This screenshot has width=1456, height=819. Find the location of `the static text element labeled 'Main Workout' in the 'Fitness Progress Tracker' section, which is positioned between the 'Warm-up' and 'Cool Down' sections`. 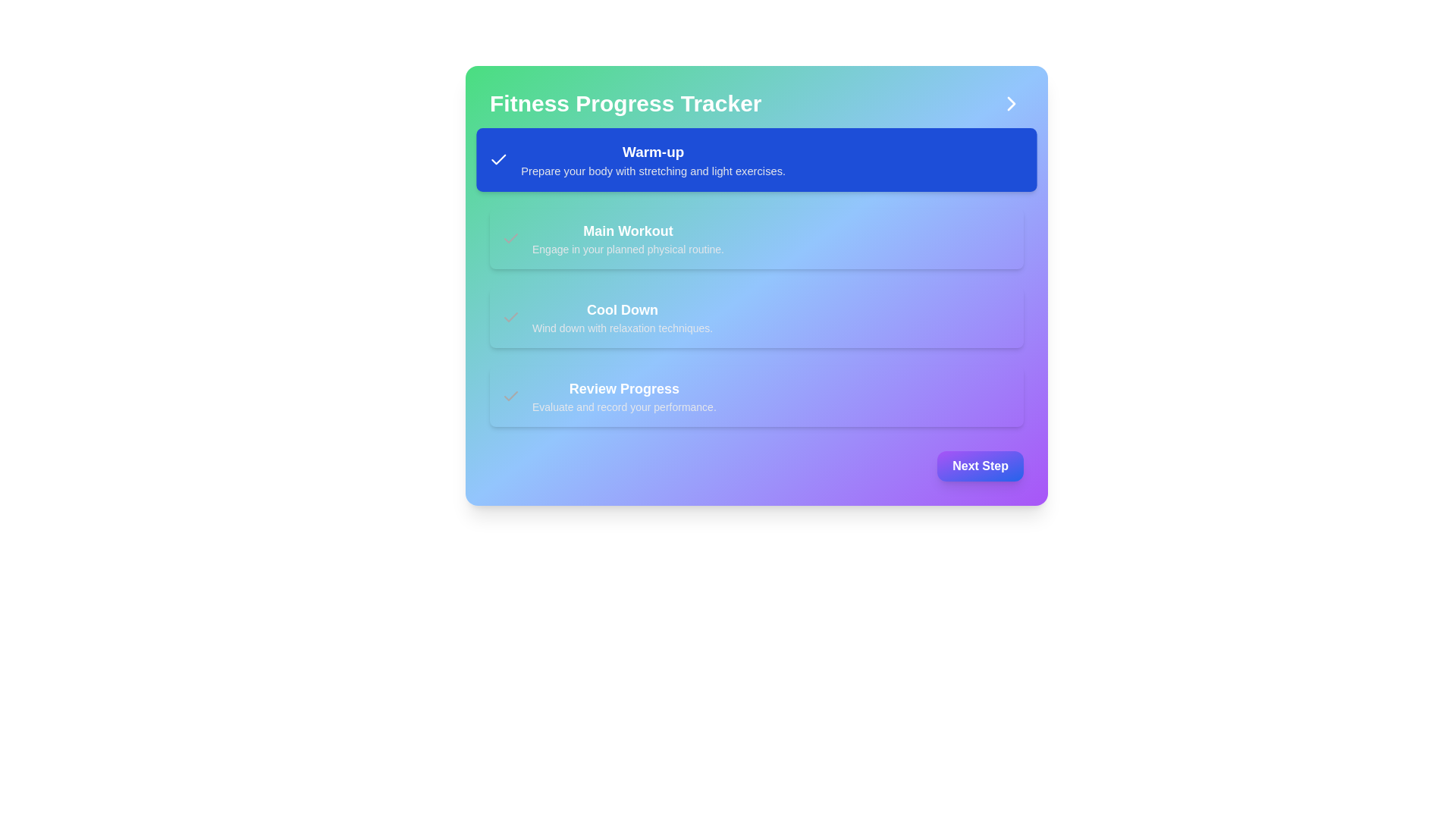

the static text element labeled 'Main Workout' in the 'Fitness Progress Tracker' section, which is positioned between the 'Warm-up' and 'Cool Down' sections is located at coordinates (628, 239).